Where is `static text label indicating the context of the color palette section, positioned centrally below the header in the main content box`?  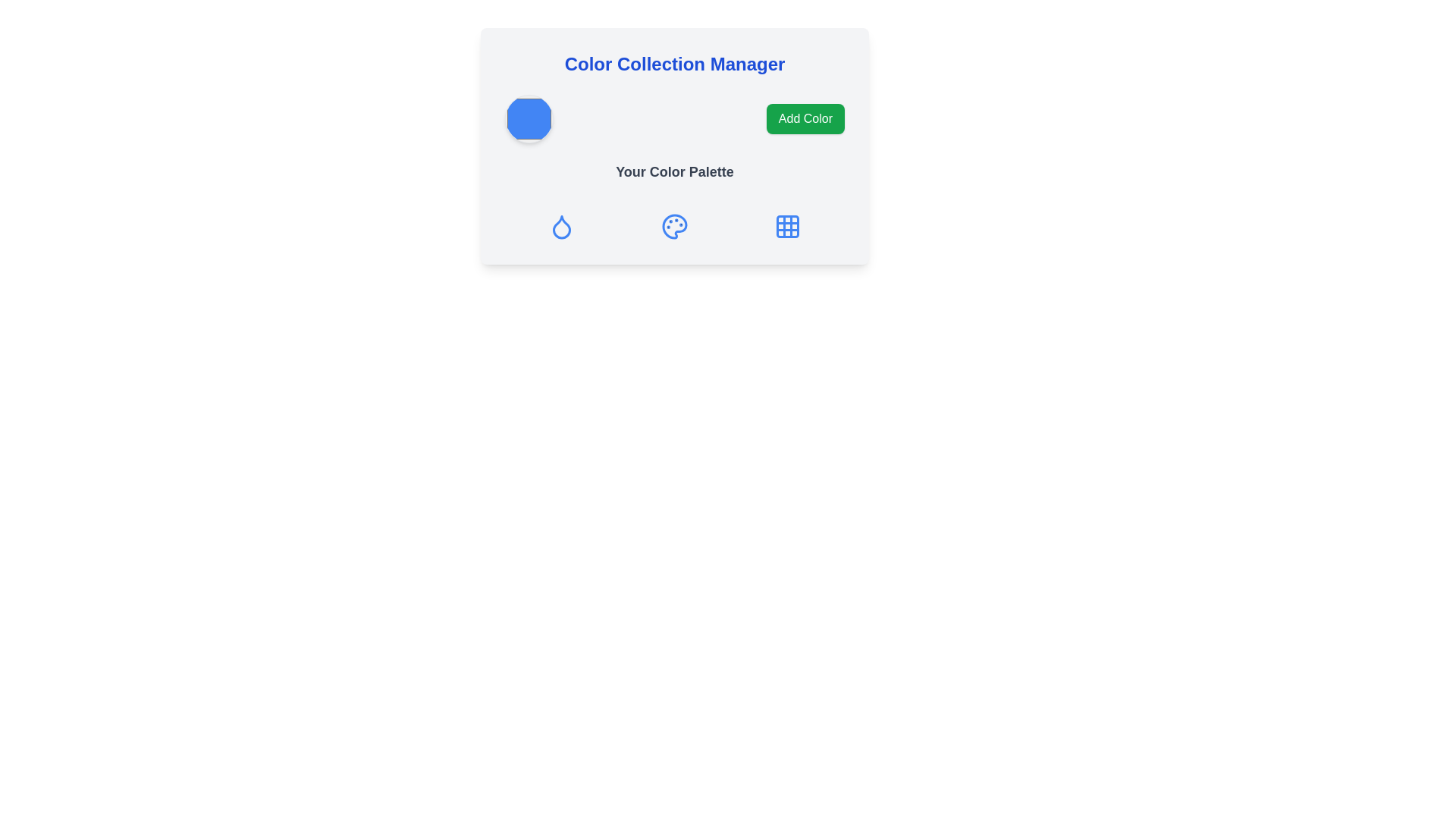
static text label indicating the context of the color palette section, positioned centrally below the header in the main content box is located at coordinates (673, 171).